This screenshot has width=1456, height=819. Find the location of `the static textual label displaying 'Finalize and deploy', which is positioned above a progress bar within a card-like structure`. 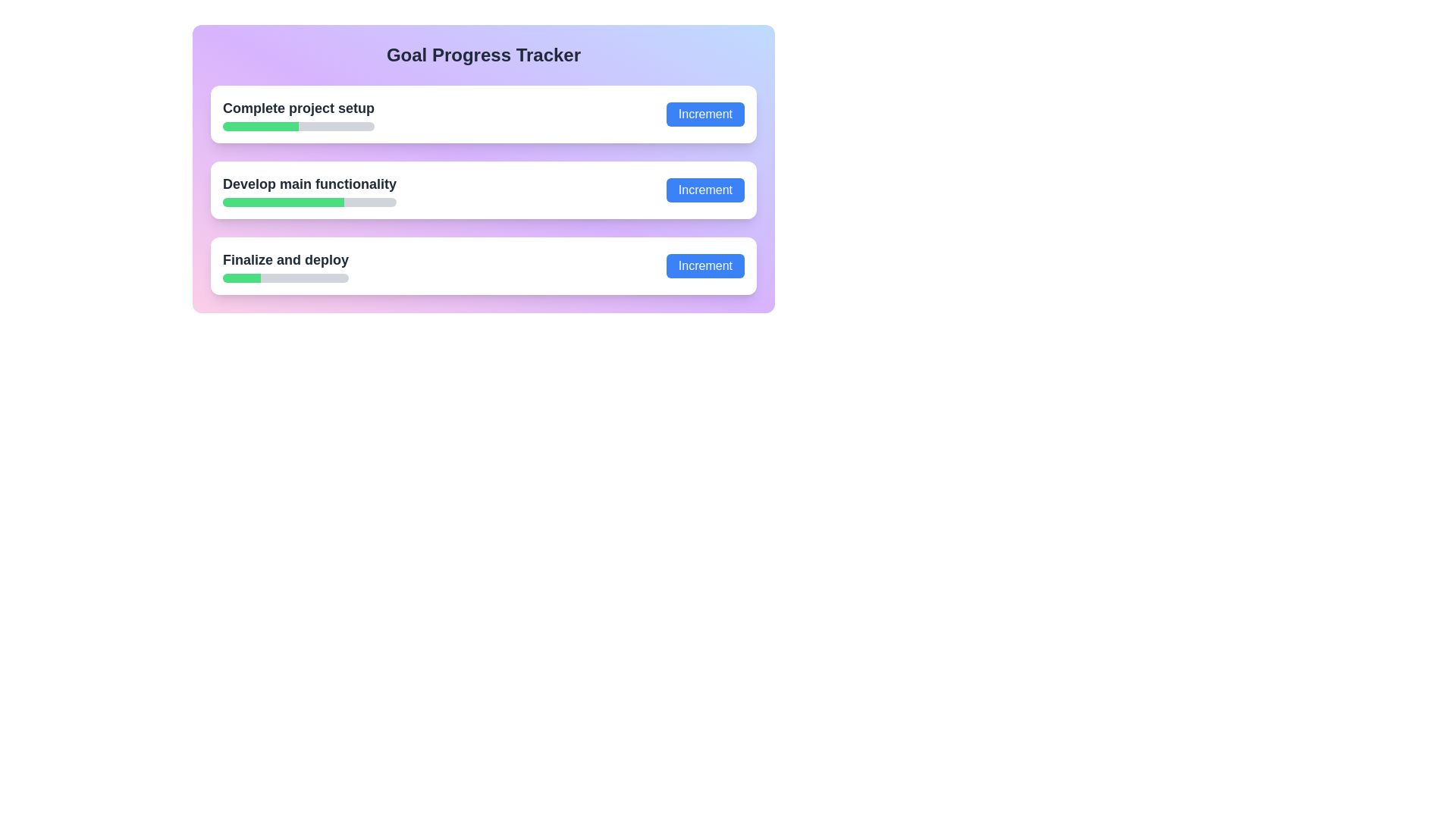

the static textual label displaying 'Finalize and deploy', which is positioned above a progress bar within a card-like structure is located at coordinates (286, 259).